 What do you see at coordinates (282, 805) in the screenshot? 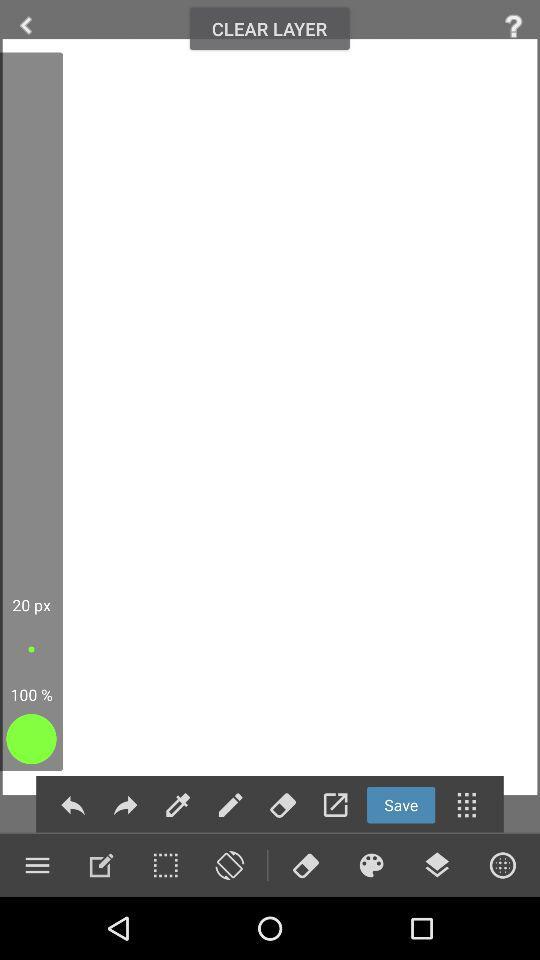
I see `to erase a line` at bounding box center [282, 805].